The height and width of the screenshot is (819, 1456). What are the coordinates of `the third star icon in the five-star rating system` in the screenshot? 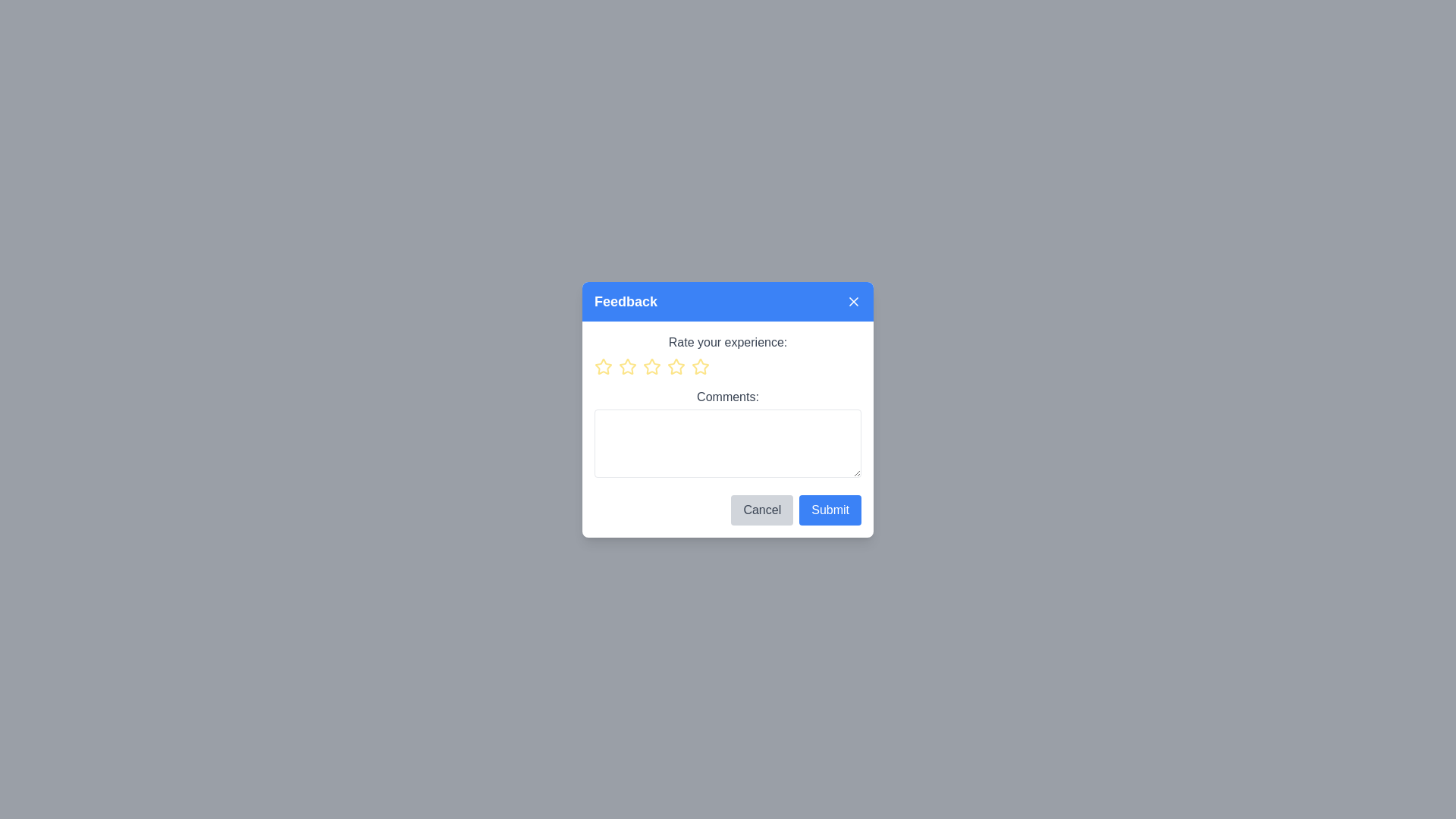 It's located at (676, 366).